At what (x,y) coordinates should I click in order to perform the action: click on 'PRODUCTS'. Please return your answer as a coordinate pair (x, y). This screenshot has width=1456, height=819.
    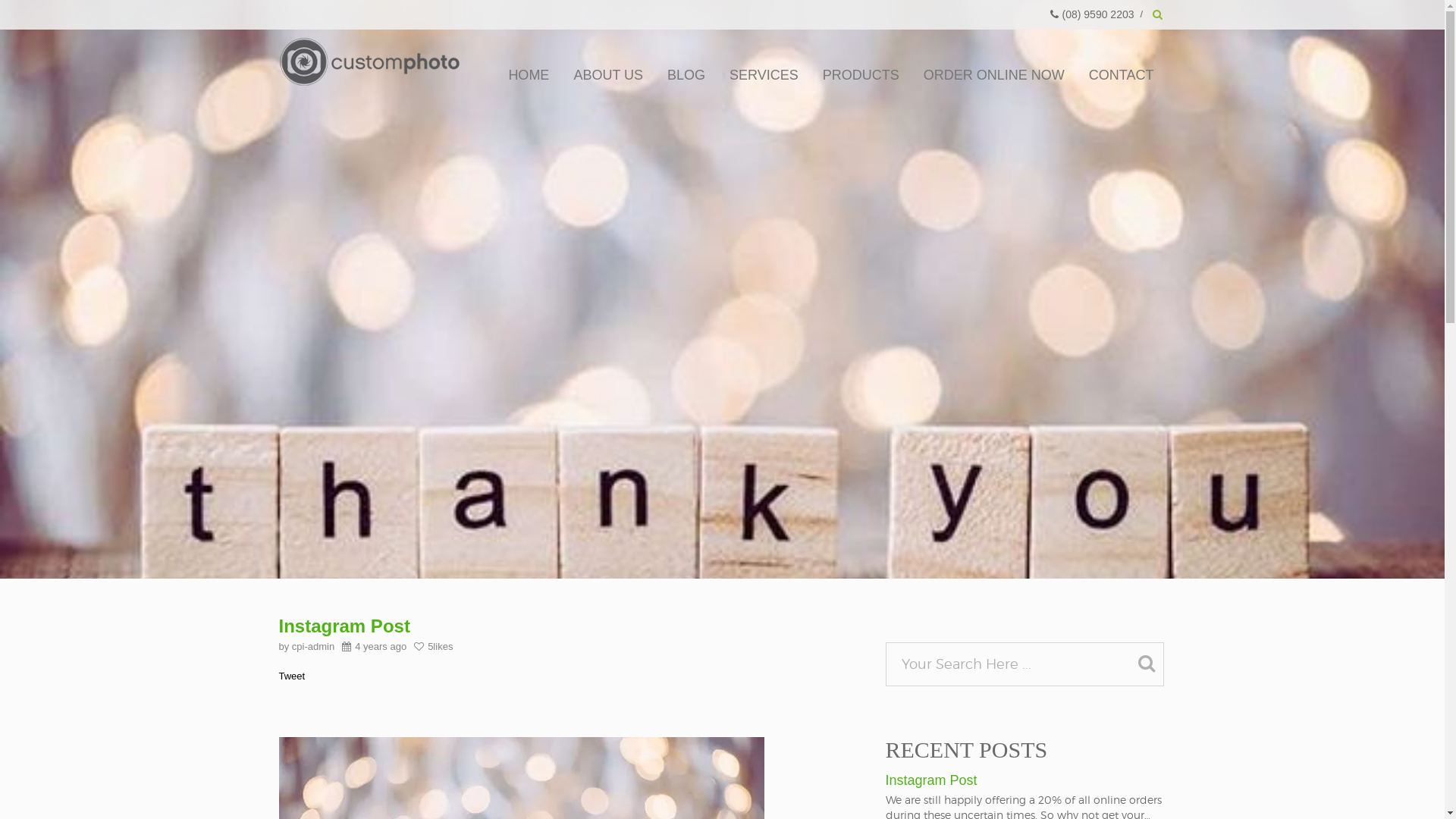
    Looking at the image, I should click on (861, 75).